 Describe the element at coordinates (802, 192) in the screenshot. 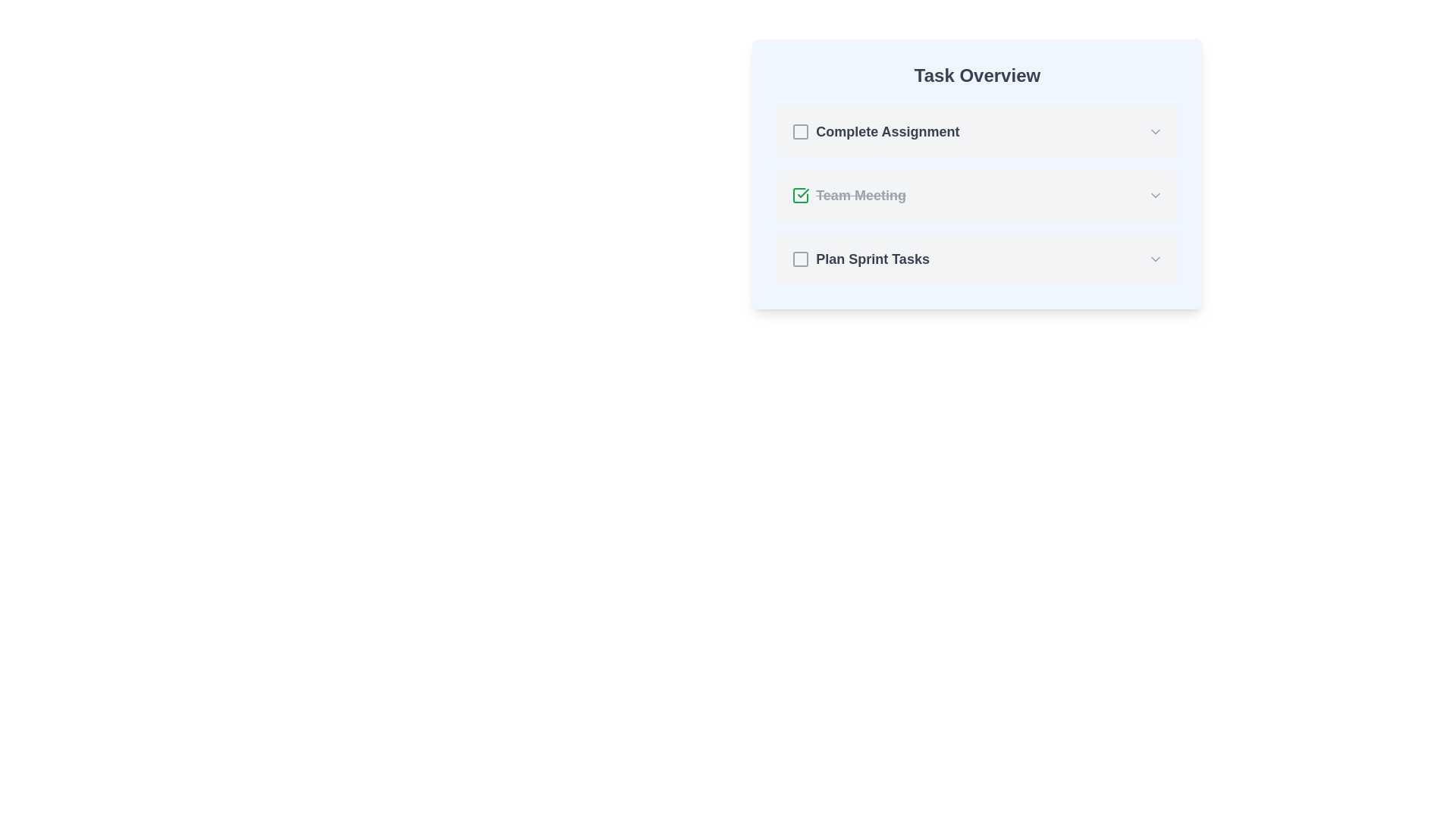

I see `the green checkmark icon indicating the completion status of the 'Team Meeting' task in the middle row of the 'Task Overview' section` at that location.